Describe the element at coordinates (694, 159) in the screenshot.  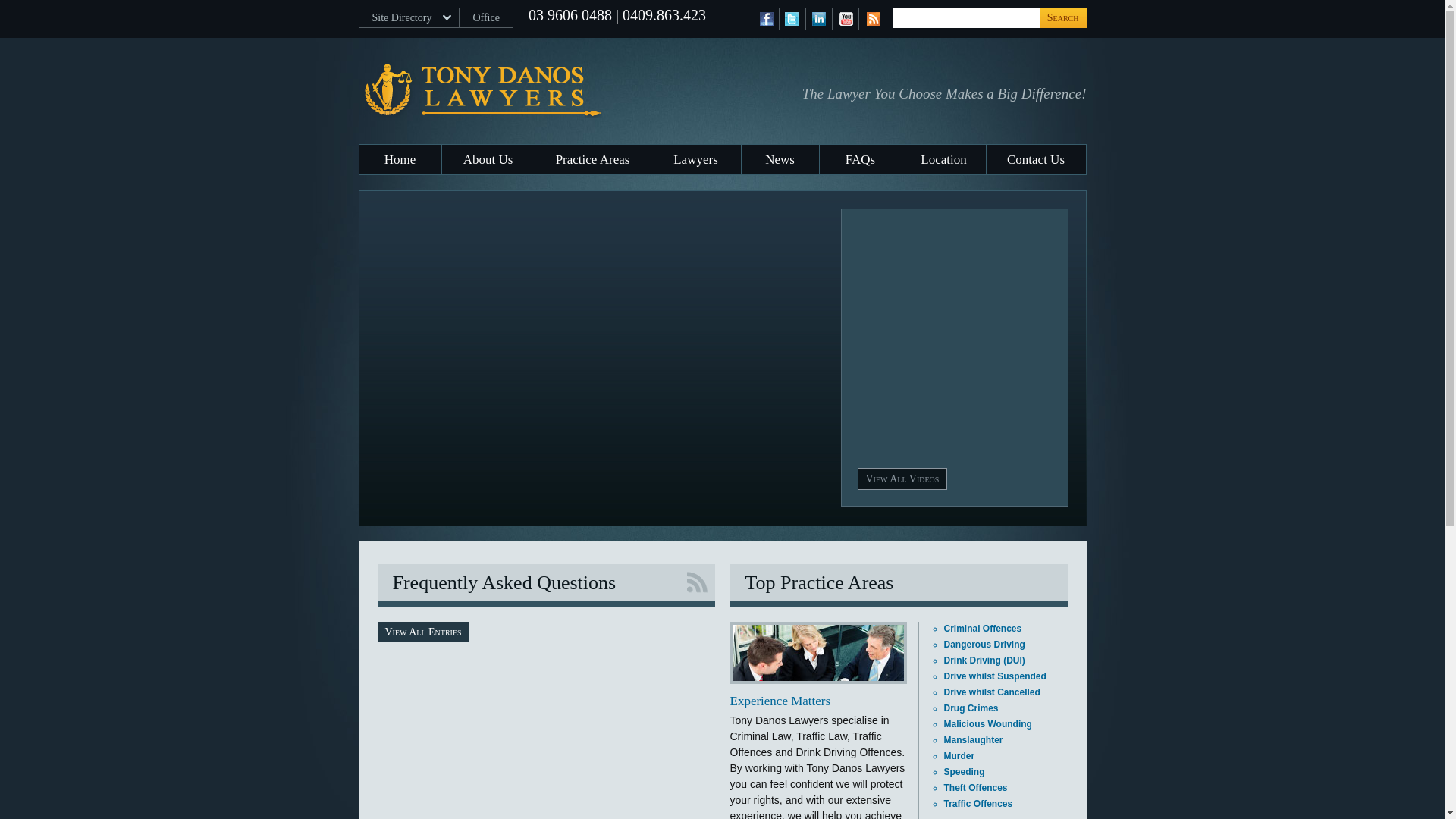
I see `'Lawyers'` at that location.